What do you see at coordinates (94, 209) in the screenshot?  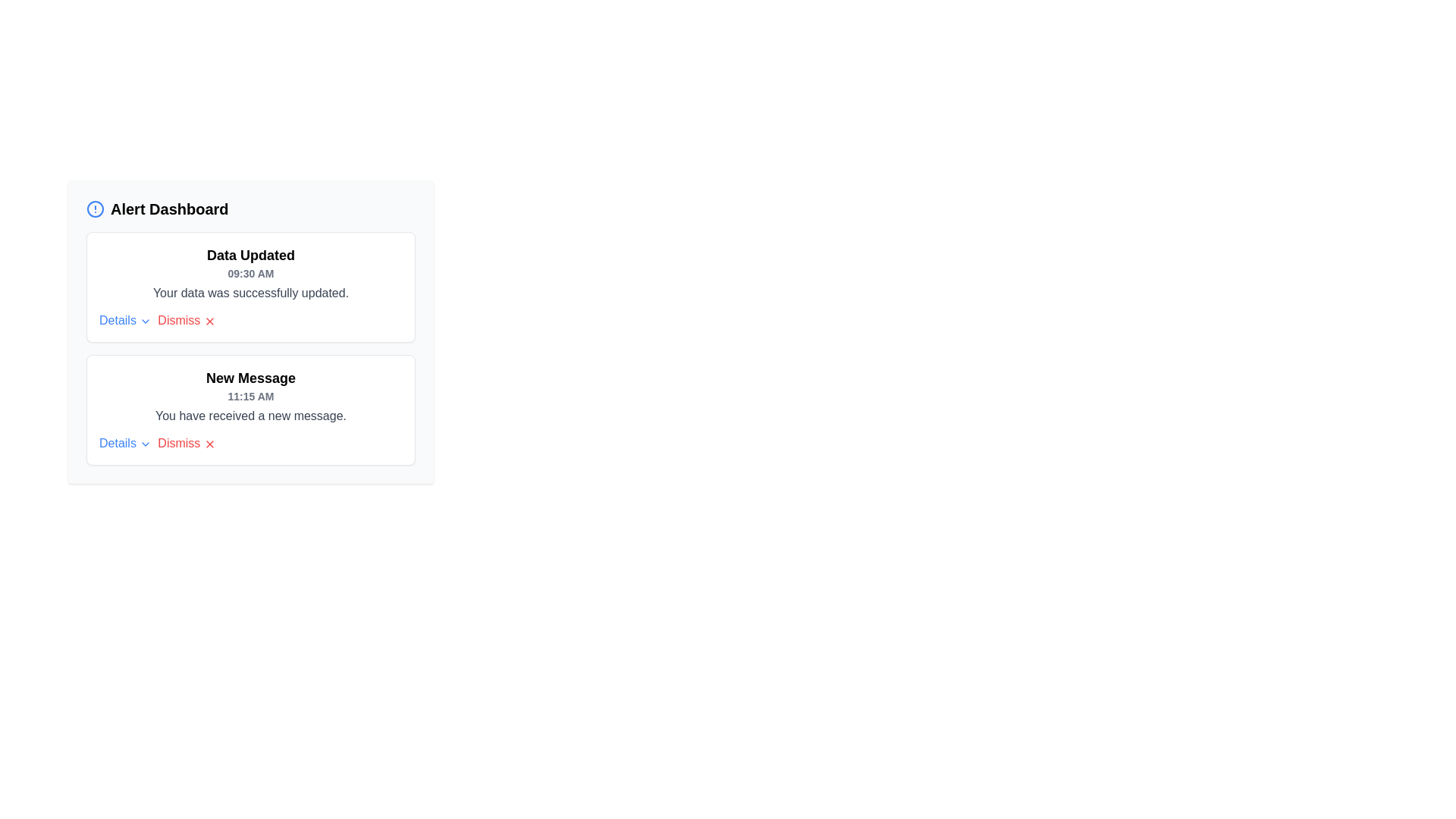 I see `the blue circular element at the center of the alert icon located in the top-left corner of the Alert Dashboard section` at bounding box center [94, 209].